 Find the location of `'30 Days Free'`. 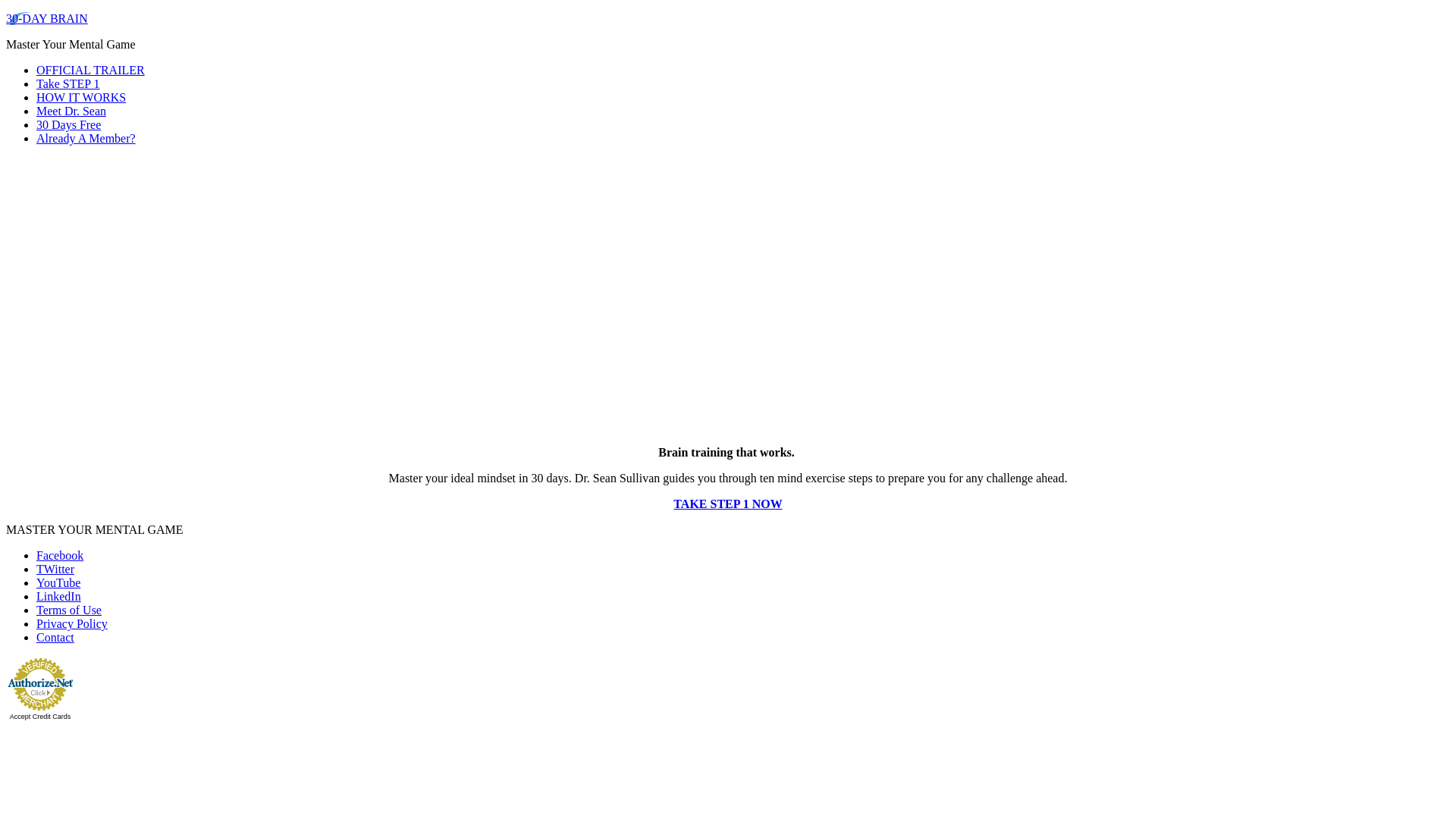

'30 Days Free' is located at coordinates (67, 124).